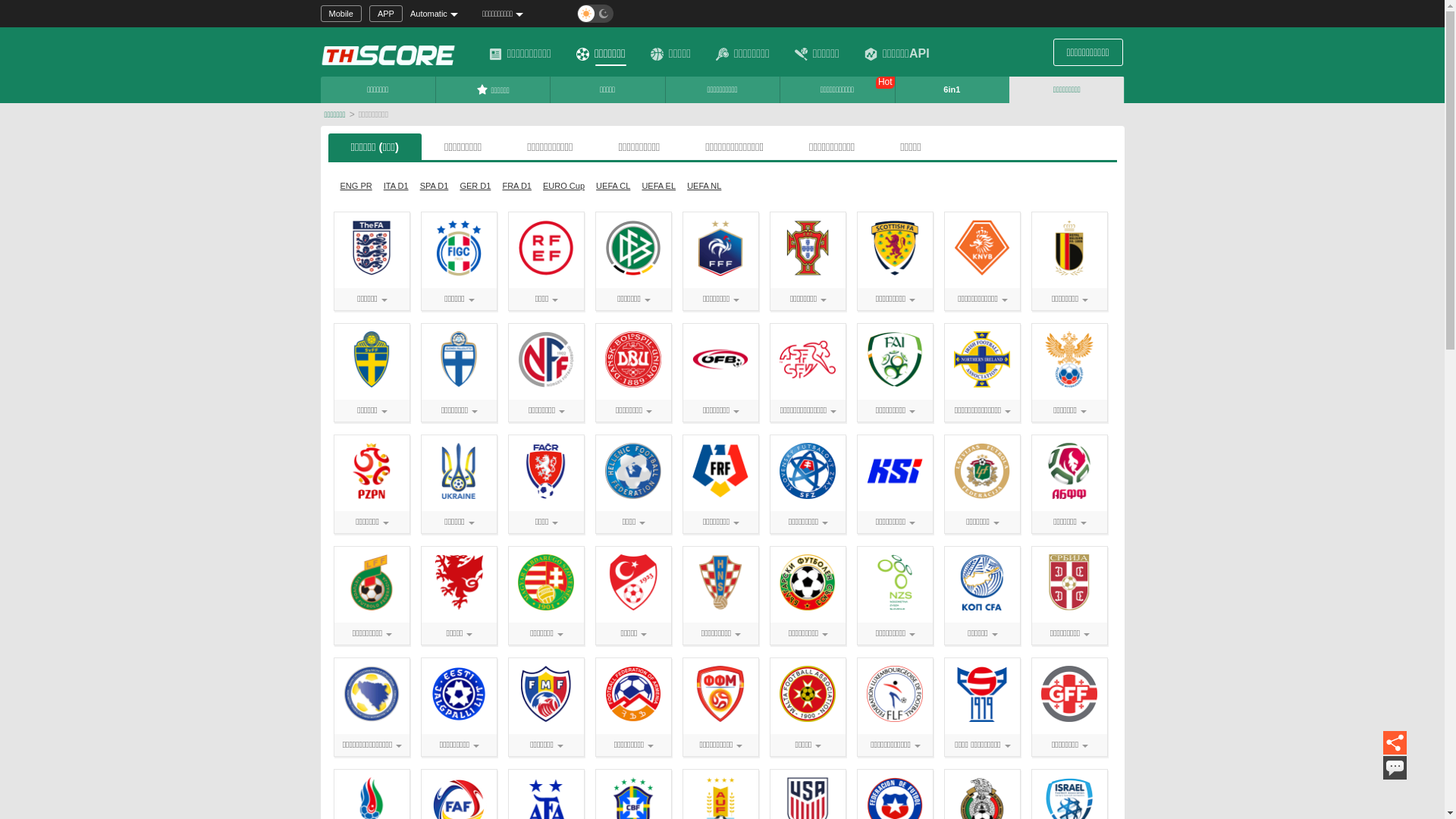 The height and width of the screenshot is (819, 1456). I want to click on 'Automatic', so click(439, 14).